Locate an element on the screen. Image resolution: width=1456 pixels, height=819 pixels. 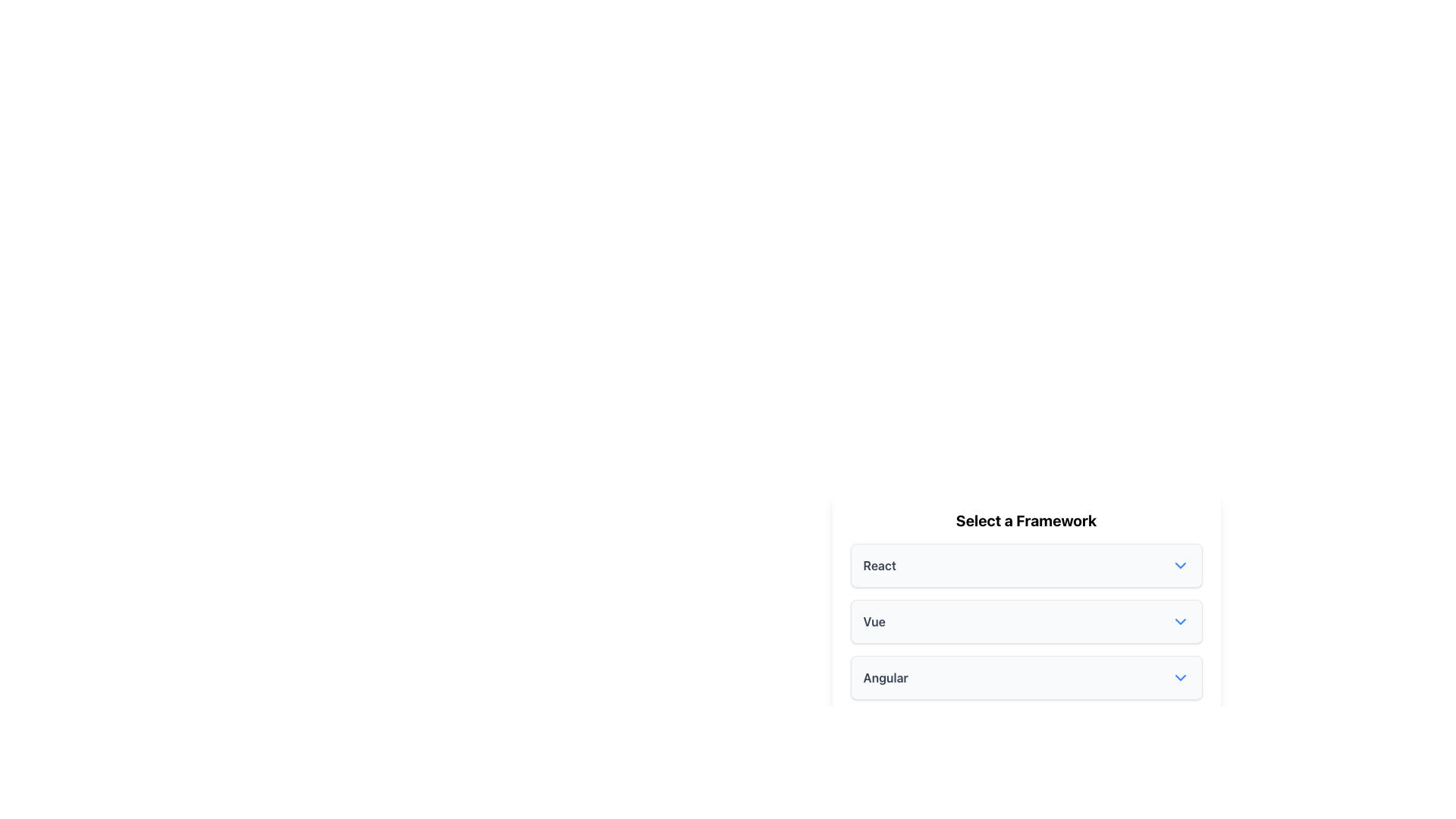
the second button in the vertical stack of framework options is located at coordinates (1026, 632).